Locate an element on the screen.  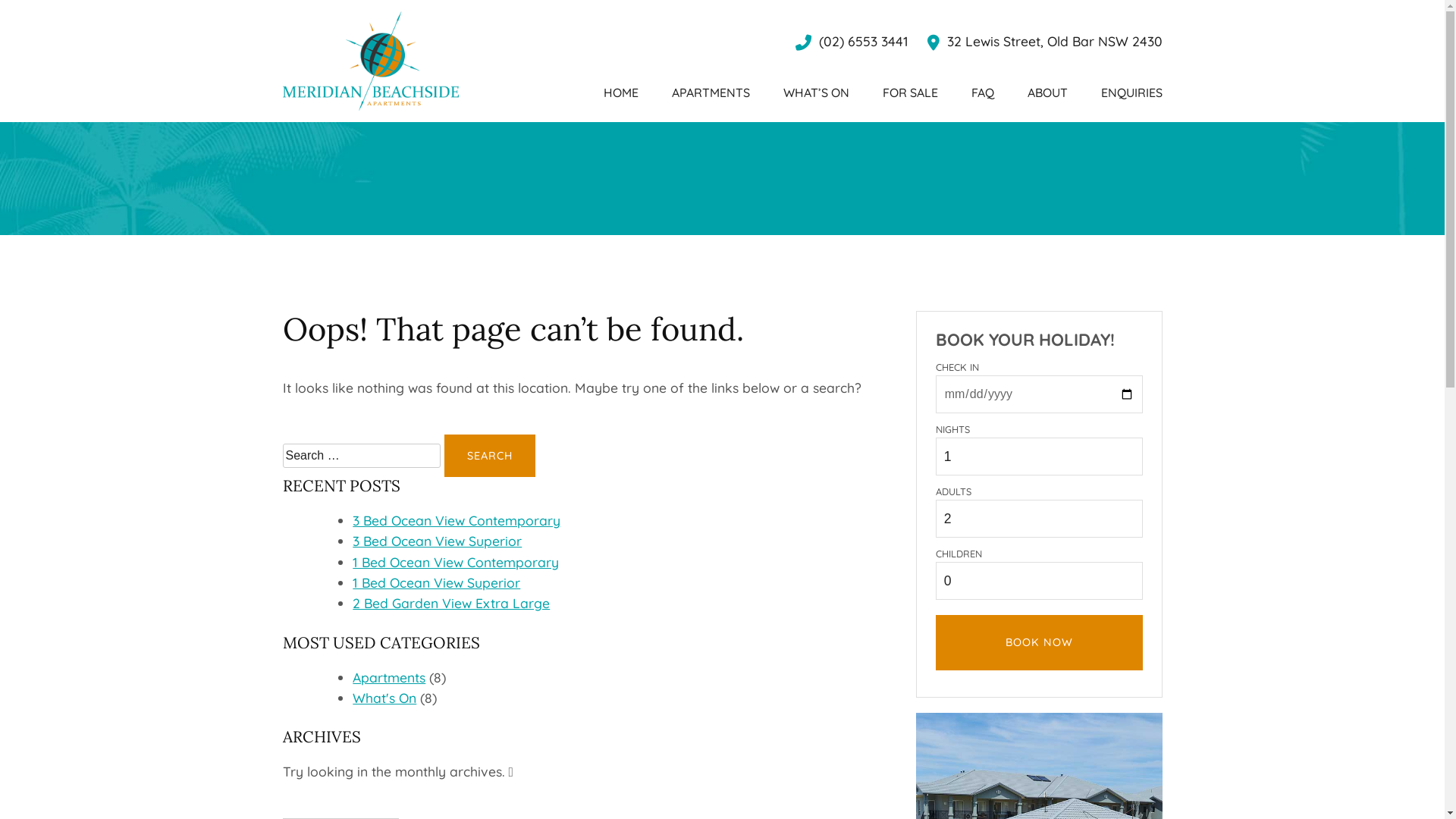
'ABOUT' is located at coordinates (1046, 93).